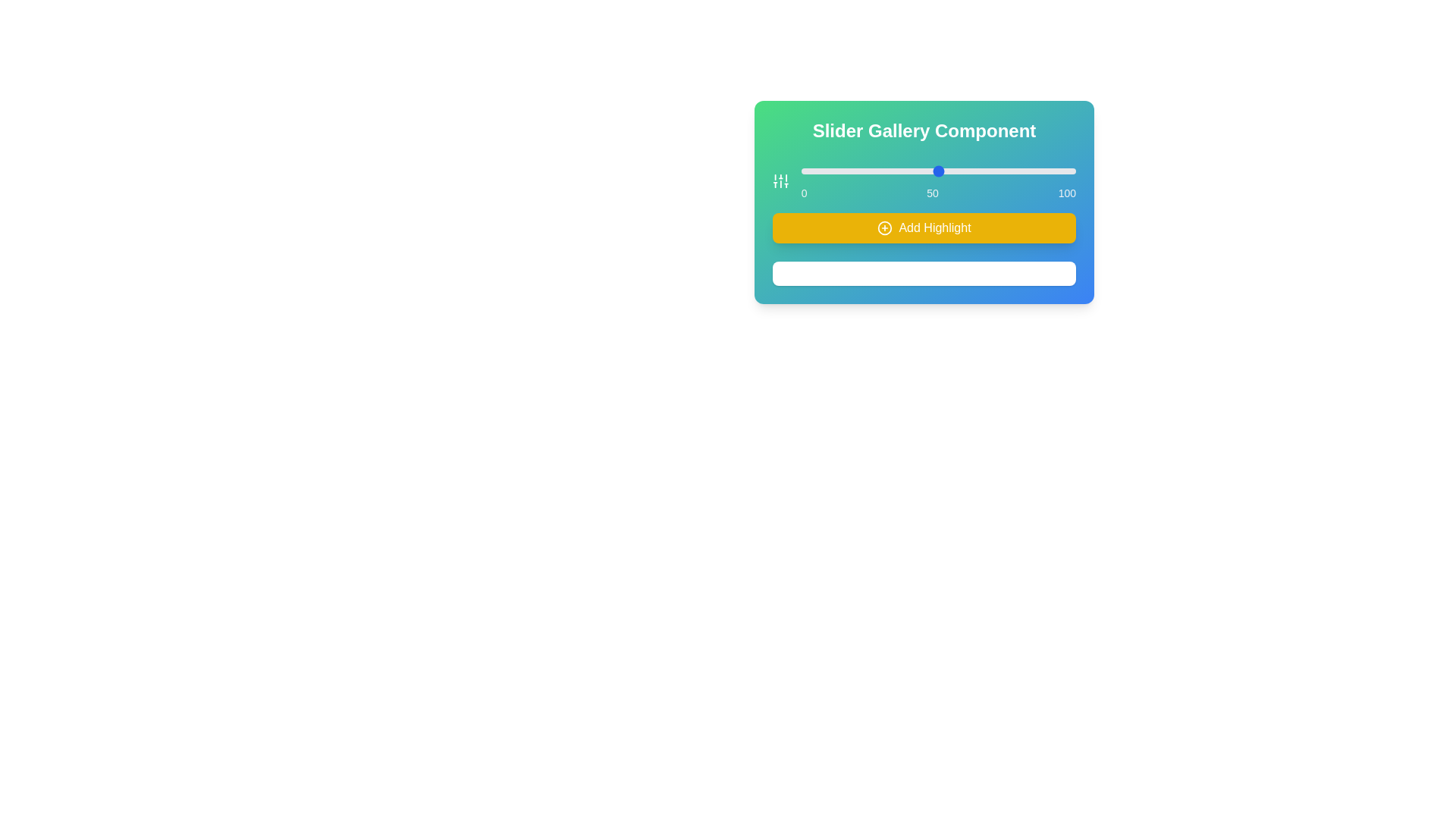 The width and height of the screenshot is (1456, 819). I want to click on the numeric labels '0', '50', and '100' of the Label group for the range slider, which are displayed below the slider and aligned with its range, so click(937, 192).